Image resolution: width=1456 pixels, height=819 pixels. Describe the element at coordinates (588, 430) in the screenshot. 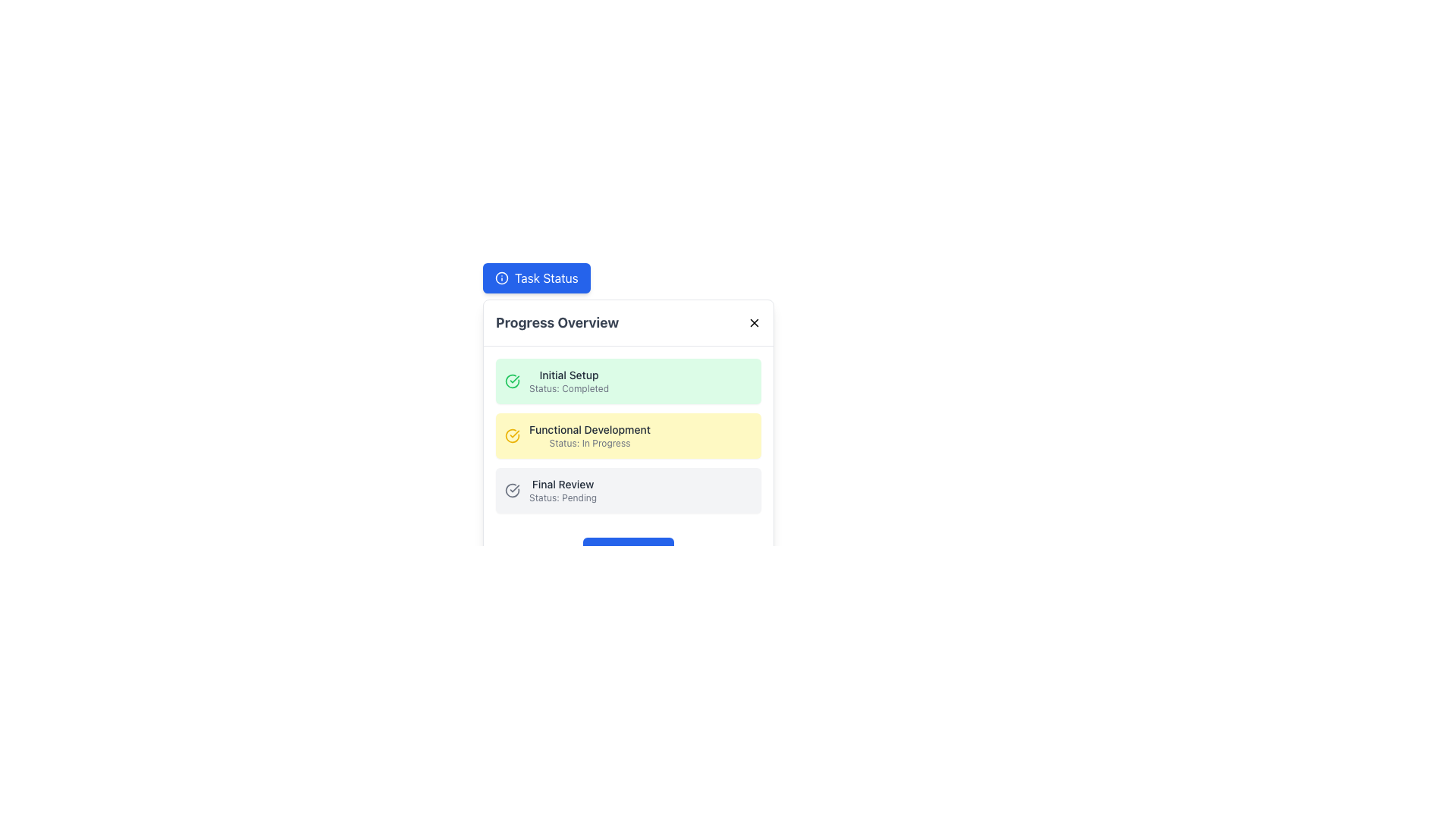

I see `the text label reading 'Functional Development' which is styled in dark gray on a light yellow background, located centrally in the interface` at that location.